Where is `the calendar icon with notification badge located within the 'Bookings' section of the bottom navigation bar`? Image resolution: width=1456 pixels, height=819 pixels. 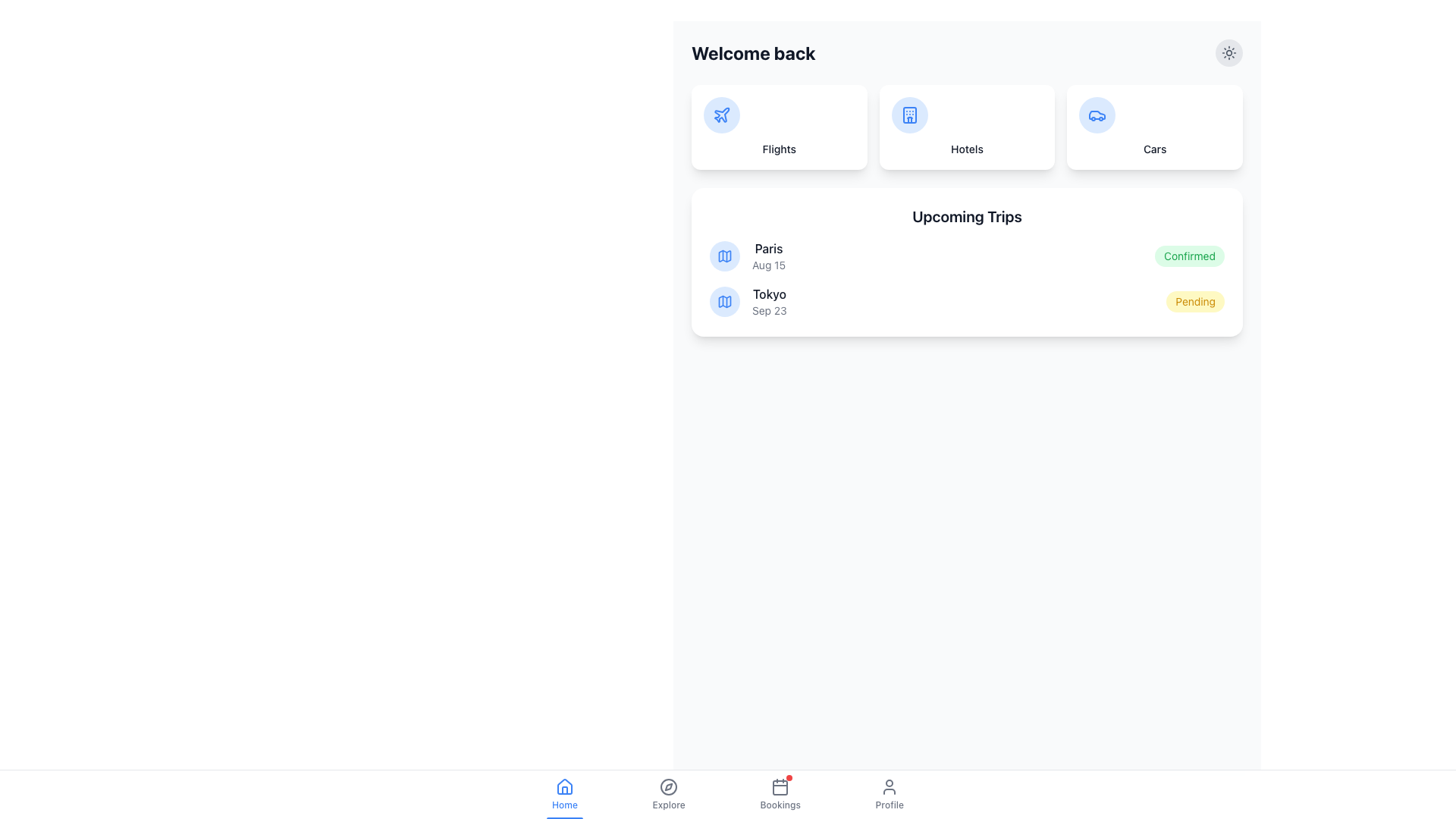
the calendar icon with notification badge located within the 'Bookings' section of the bottom navigation bar is located at coordinates (780, 786).